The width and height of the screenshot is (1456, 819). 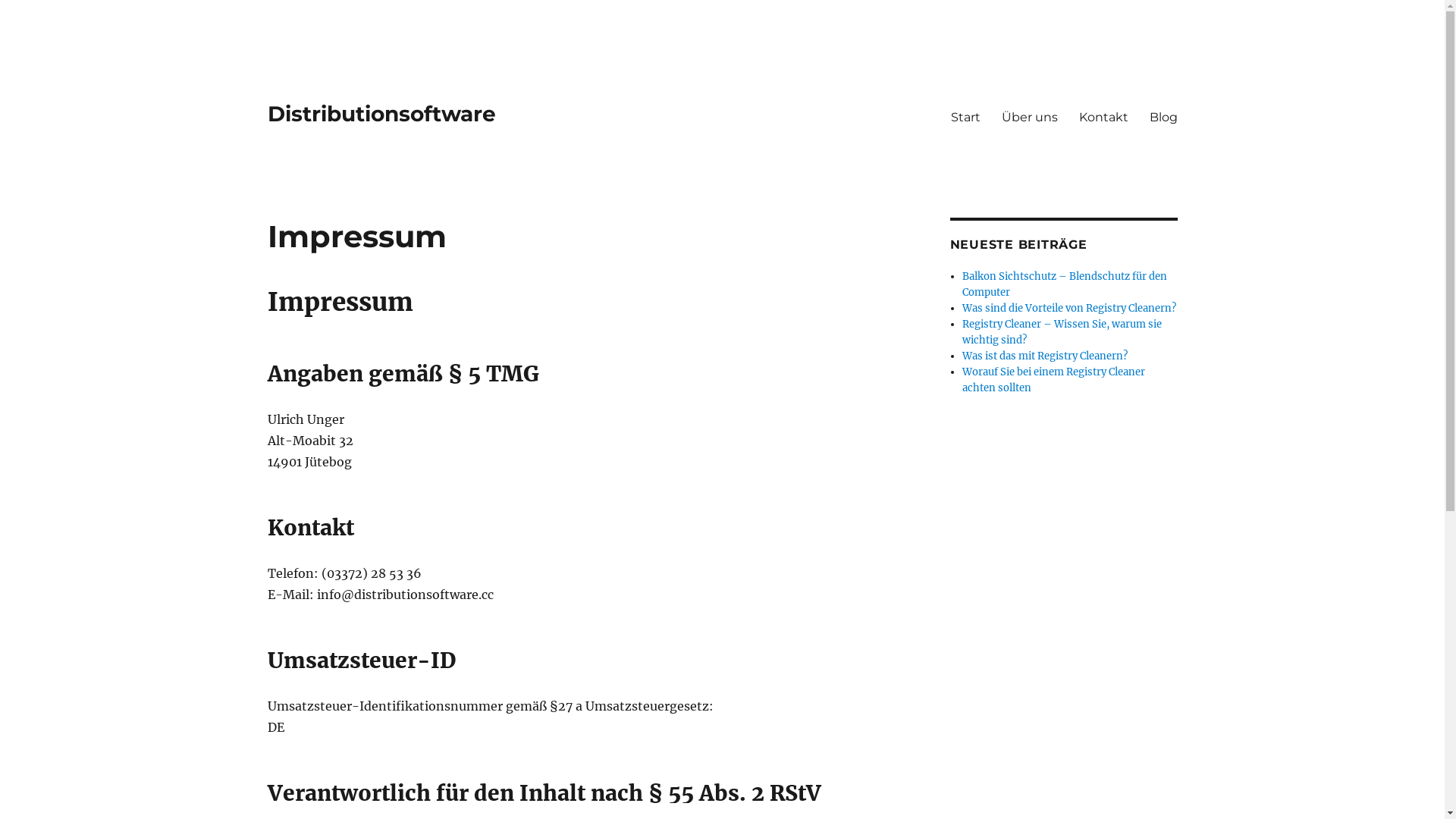 What do you see at coordinates (1068, 307) in the screenshot?
I see `'Was sind die Vorteile von Registry Cleanern?'` at bounding box center [1068, 307].